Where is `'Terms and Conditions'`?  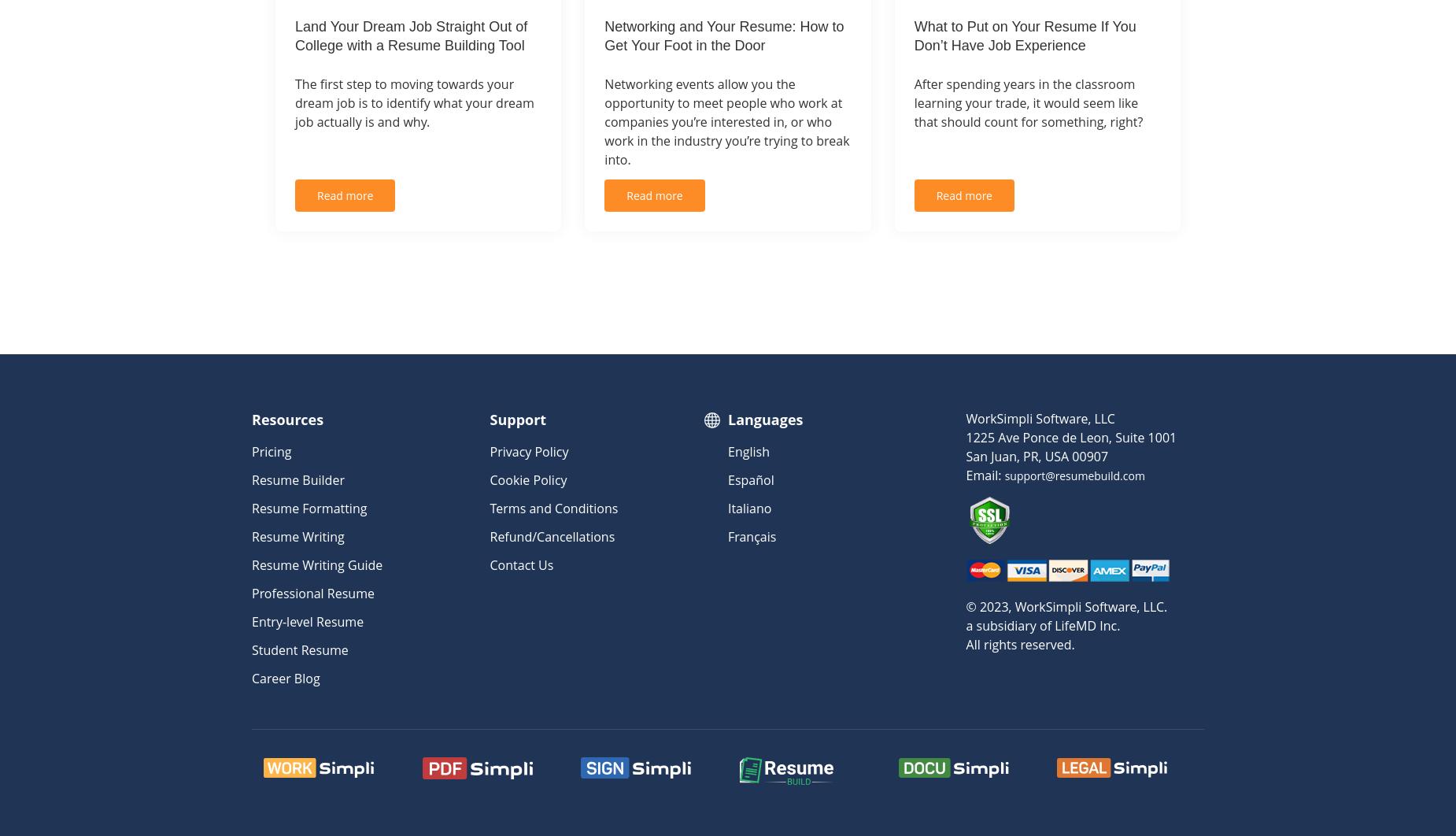
'Terms and Conditions' is located at coordinates (553, 507).